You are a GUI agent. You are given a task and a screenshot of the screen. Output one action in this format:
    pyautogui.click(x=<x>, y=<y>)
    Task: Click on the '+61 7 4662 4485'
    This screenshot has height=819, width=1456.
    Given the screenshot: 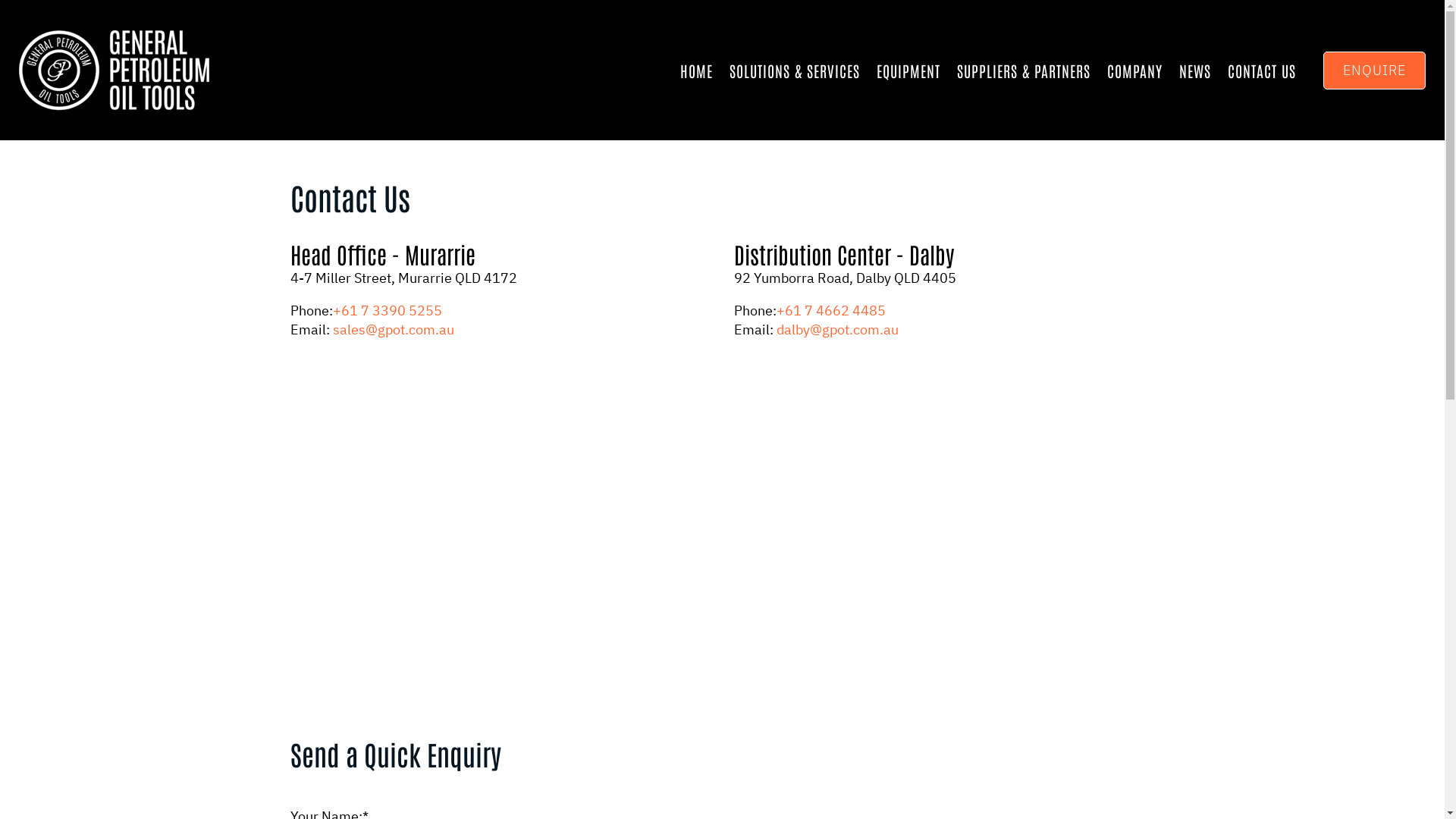 What is the action you would take?
    pyautogui.click(x=830, y=309)
    